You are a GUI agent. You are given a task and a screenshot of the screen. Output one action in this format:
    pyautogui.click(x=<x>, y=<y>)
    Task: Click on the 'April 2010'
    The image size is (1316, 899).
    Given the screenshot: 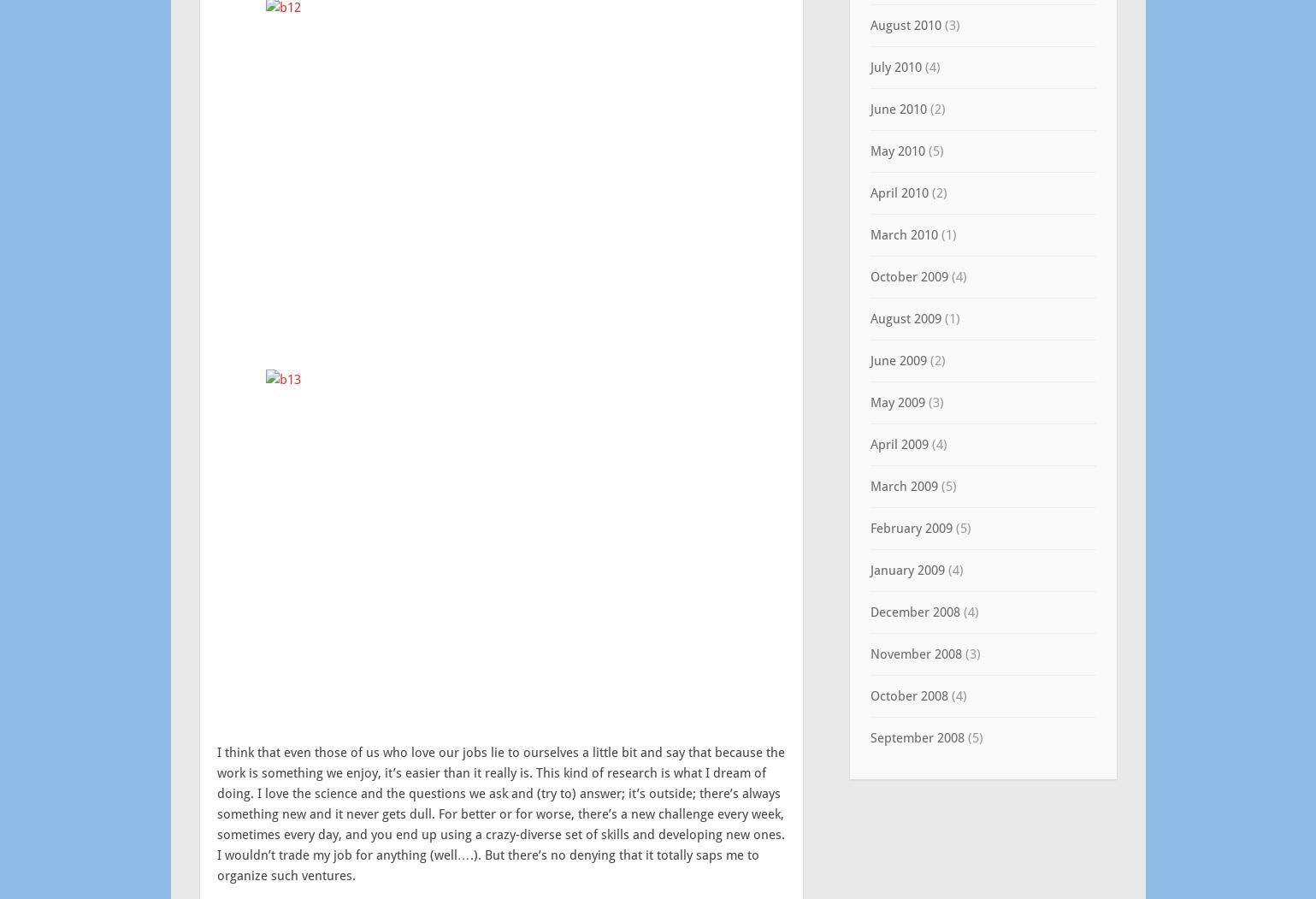 What is the action you would take?
    pyautogui.click(x=897, y=192)
    